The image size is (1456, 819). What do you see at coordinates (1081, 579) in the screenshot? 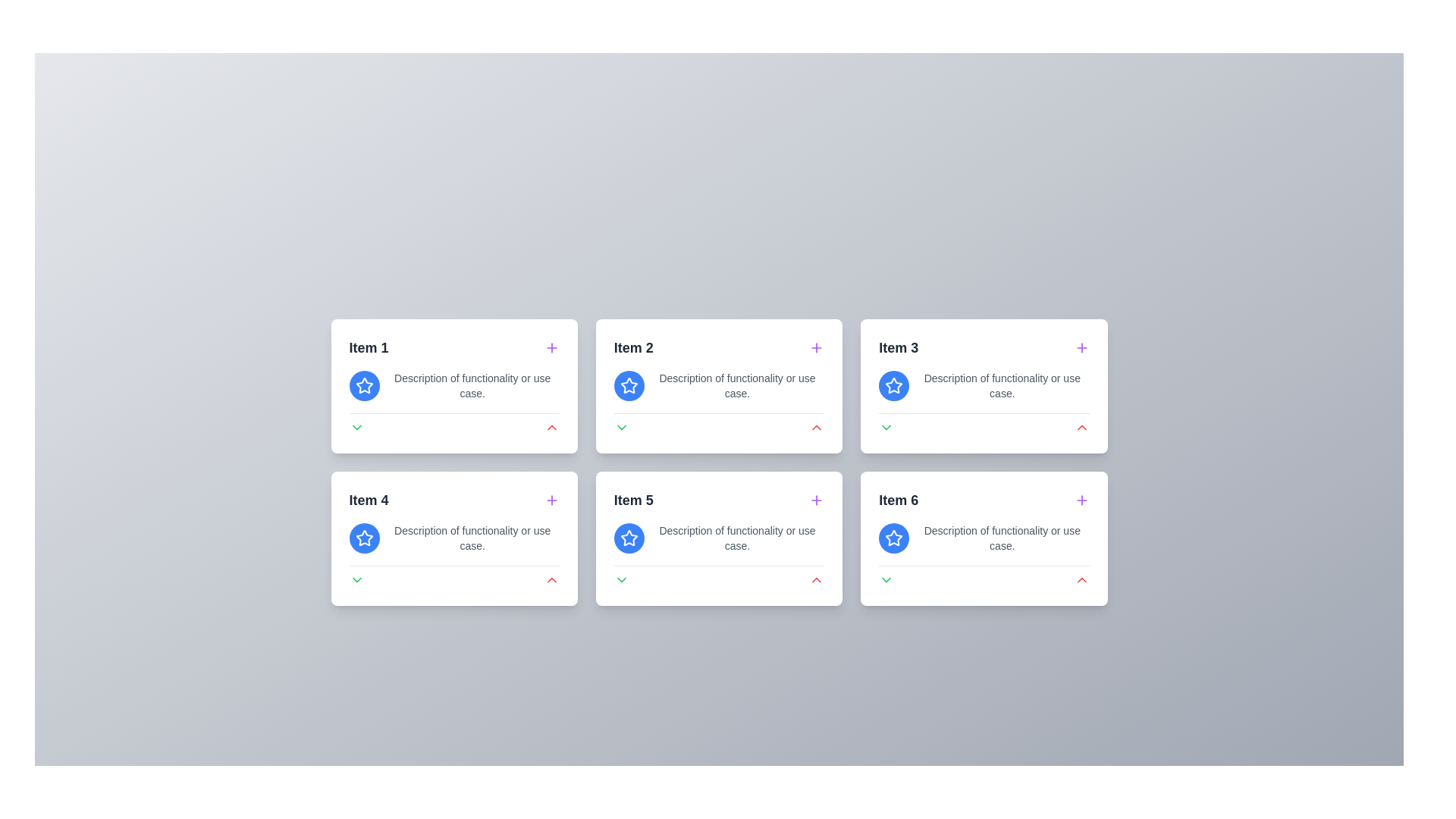
I see `the red upward-pointing chevron icon located in the bottom-right corner of 'Item 6' card` at bounding box center [1081, 579].